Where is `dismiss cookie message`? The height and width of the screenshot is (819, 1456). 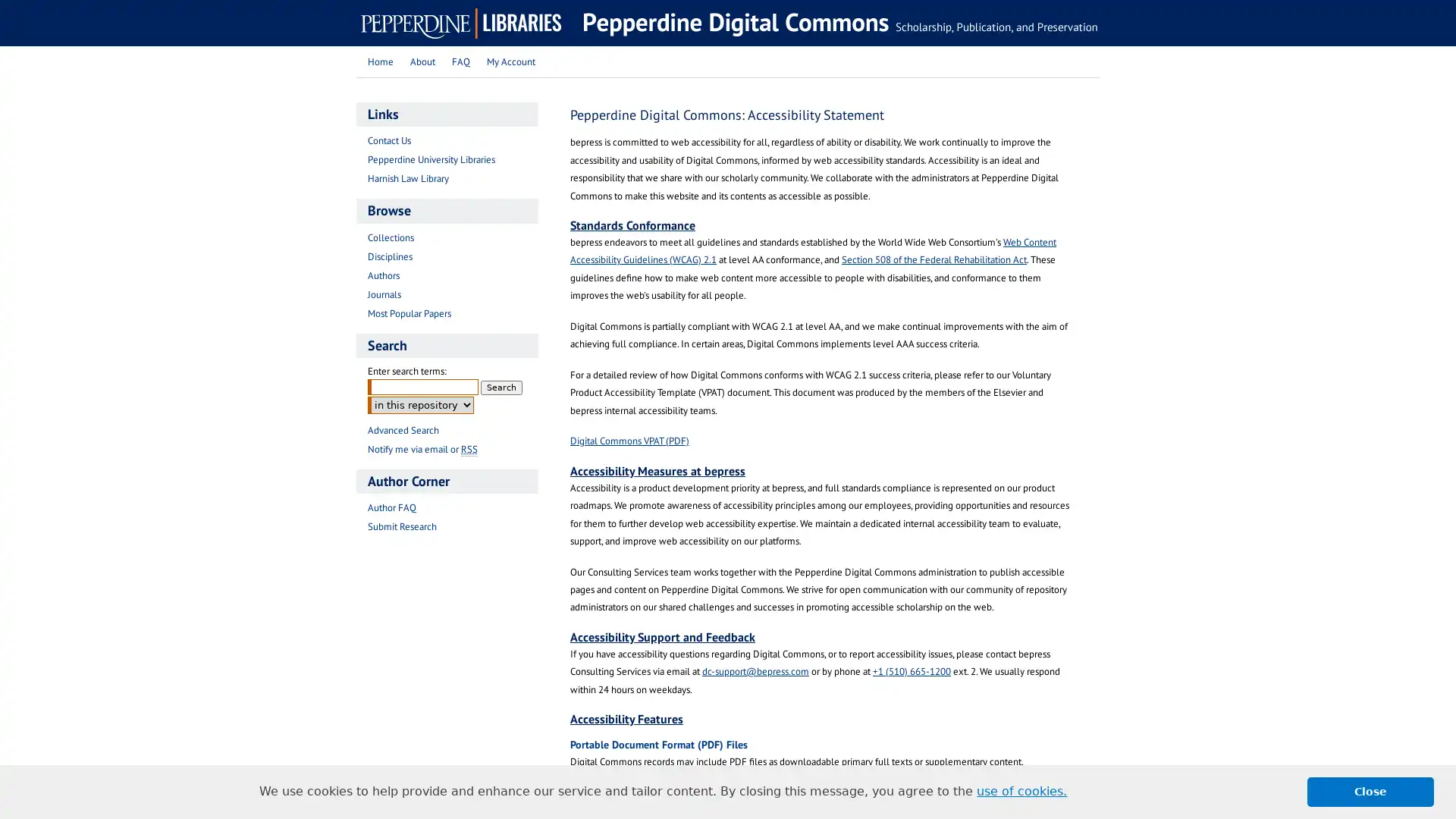 dismiss cookie message is located at coordinates (1370, 791).